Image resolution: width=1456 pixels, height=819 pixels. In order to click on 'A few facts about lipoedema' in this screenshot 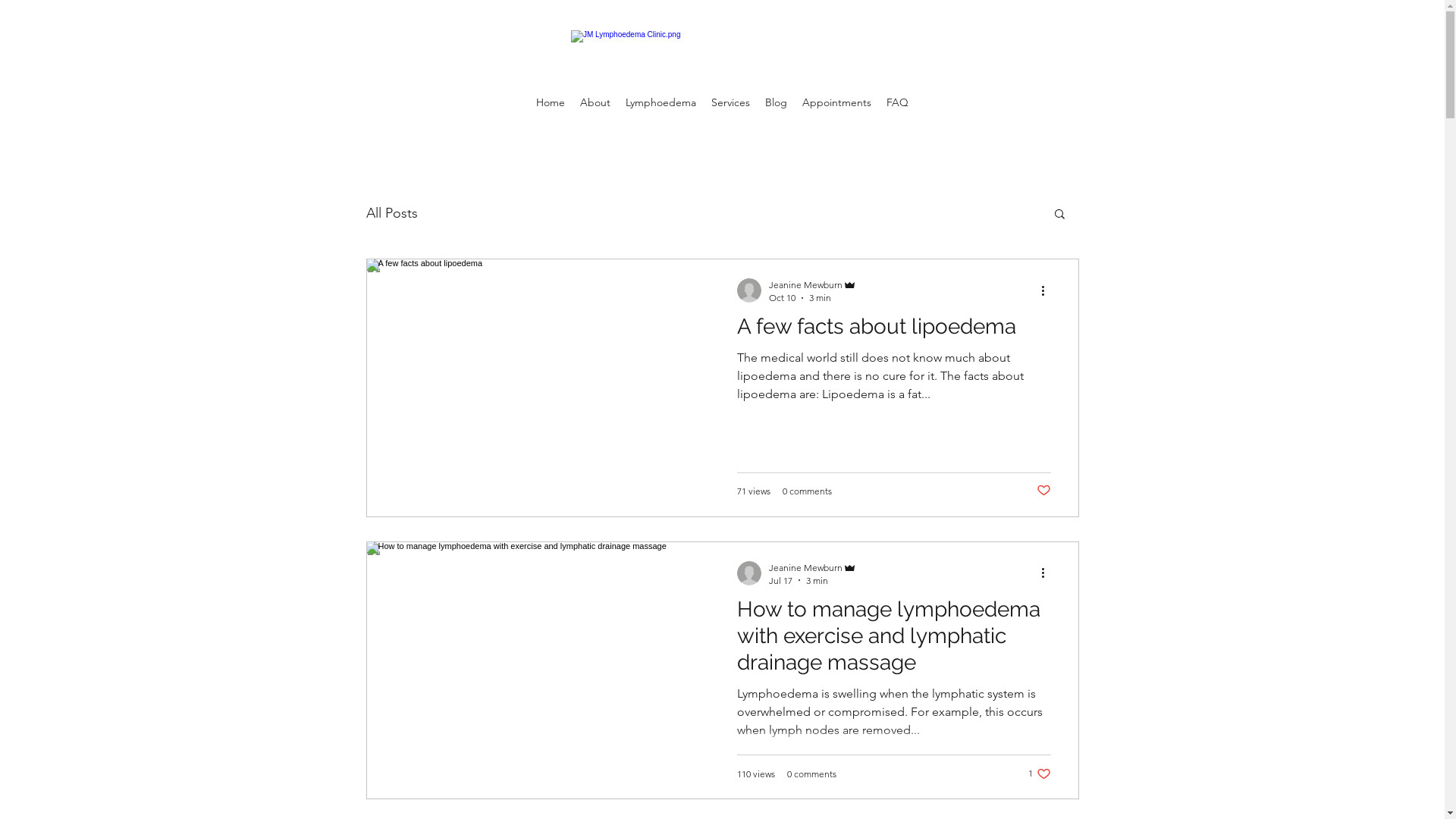, I will do `click(894, 329)`.